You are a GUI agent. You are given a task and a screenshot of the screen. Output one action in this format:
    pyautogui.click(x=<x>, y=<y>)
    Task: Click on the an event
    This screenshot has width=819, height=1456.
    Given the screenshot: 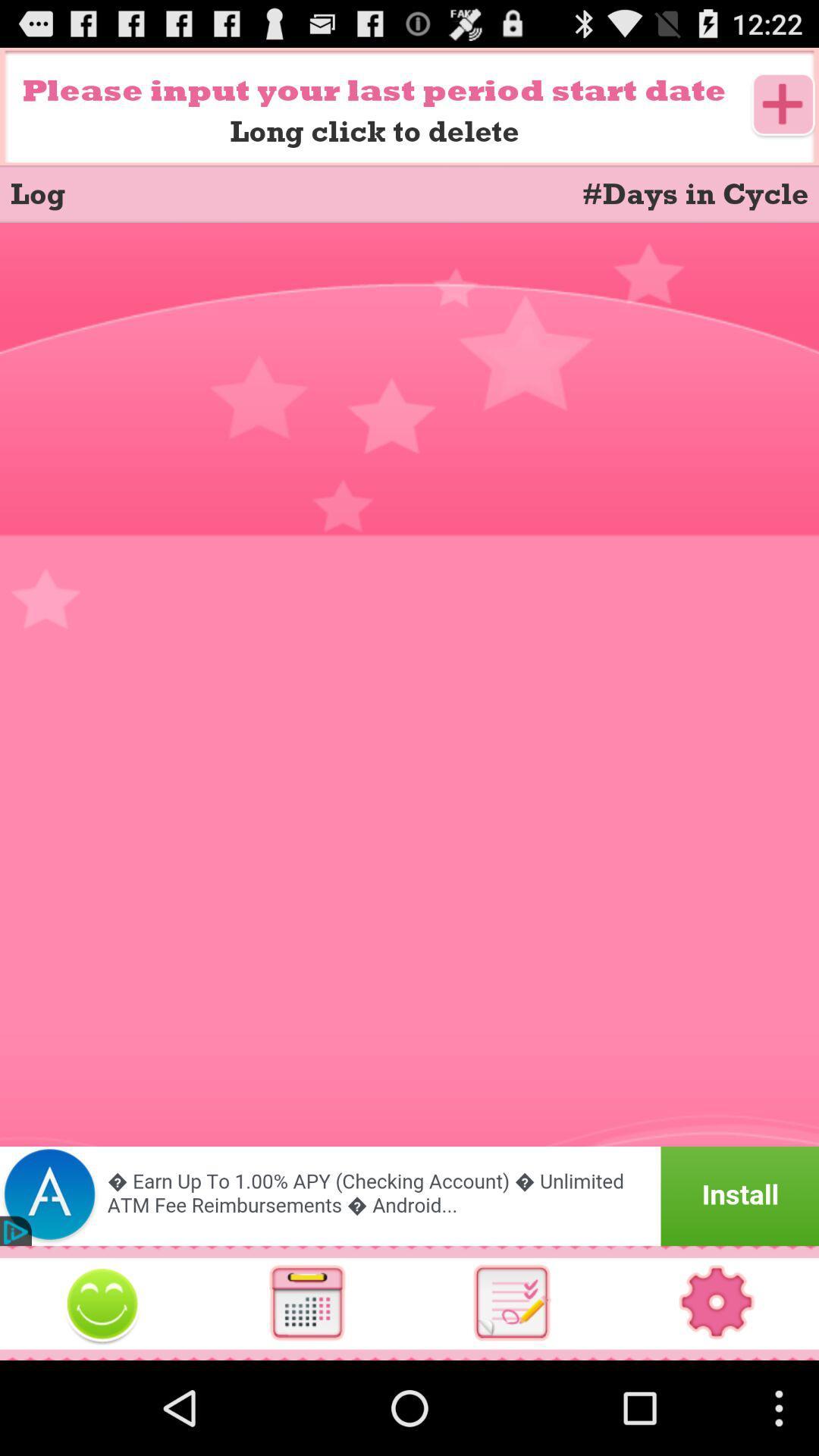 What is the action you would take?
    pyautogui.click(x=783, y=105)
    